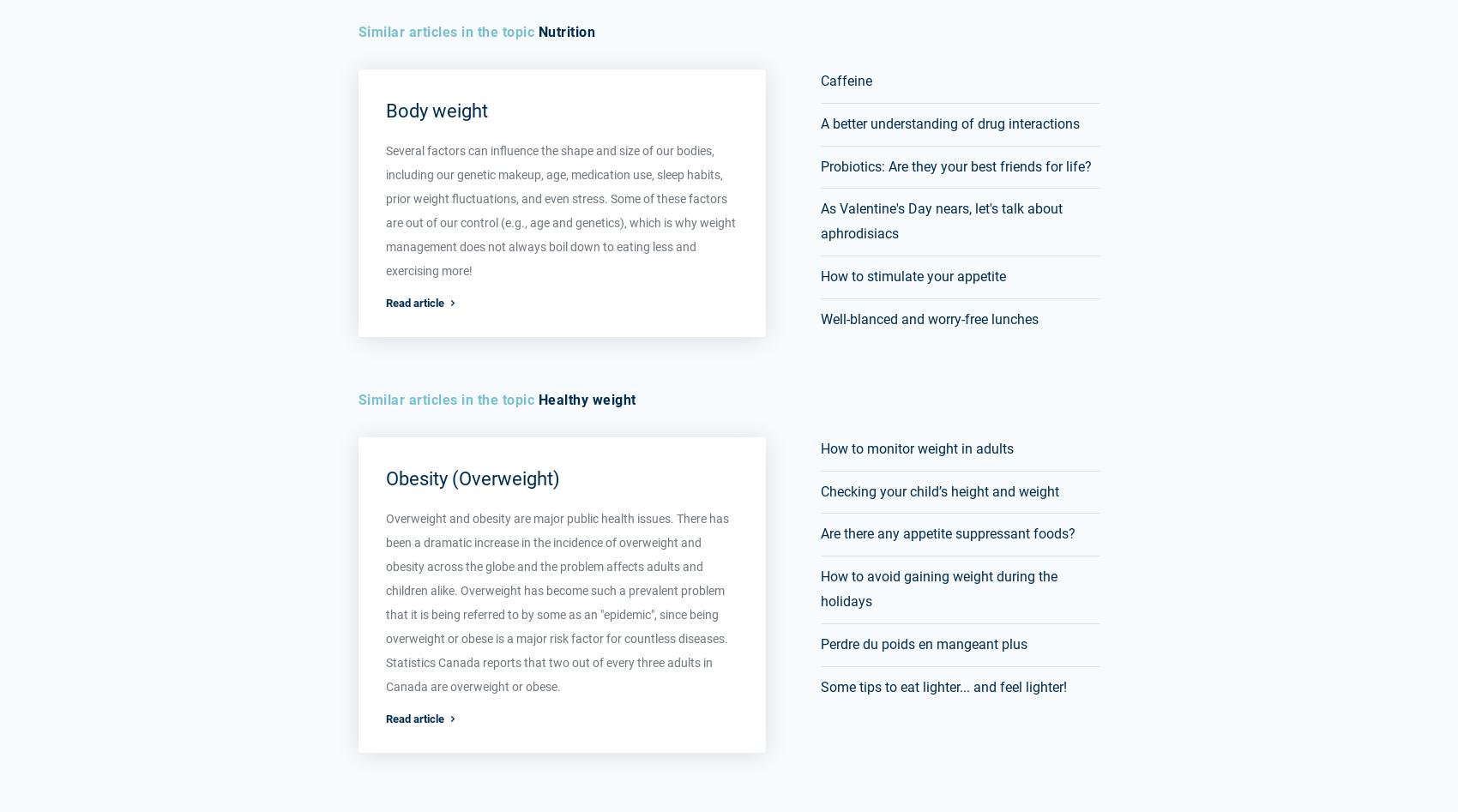 The image size is (1458, 812). I want to click on 'Overweight and obesity are major public health issues. There has been a dramatic increase in the incidence of overweight and obesity across the globe and the problem affects adults and children alike. Overweight has become such a prevalent problem that it is being referred to by some as an "epidemic", since being overweight or obese is a major risk factor for countless diseases. Statistics Canada reports that two out of every three adults in Canada are overweight or obese.', so click(557, 601).